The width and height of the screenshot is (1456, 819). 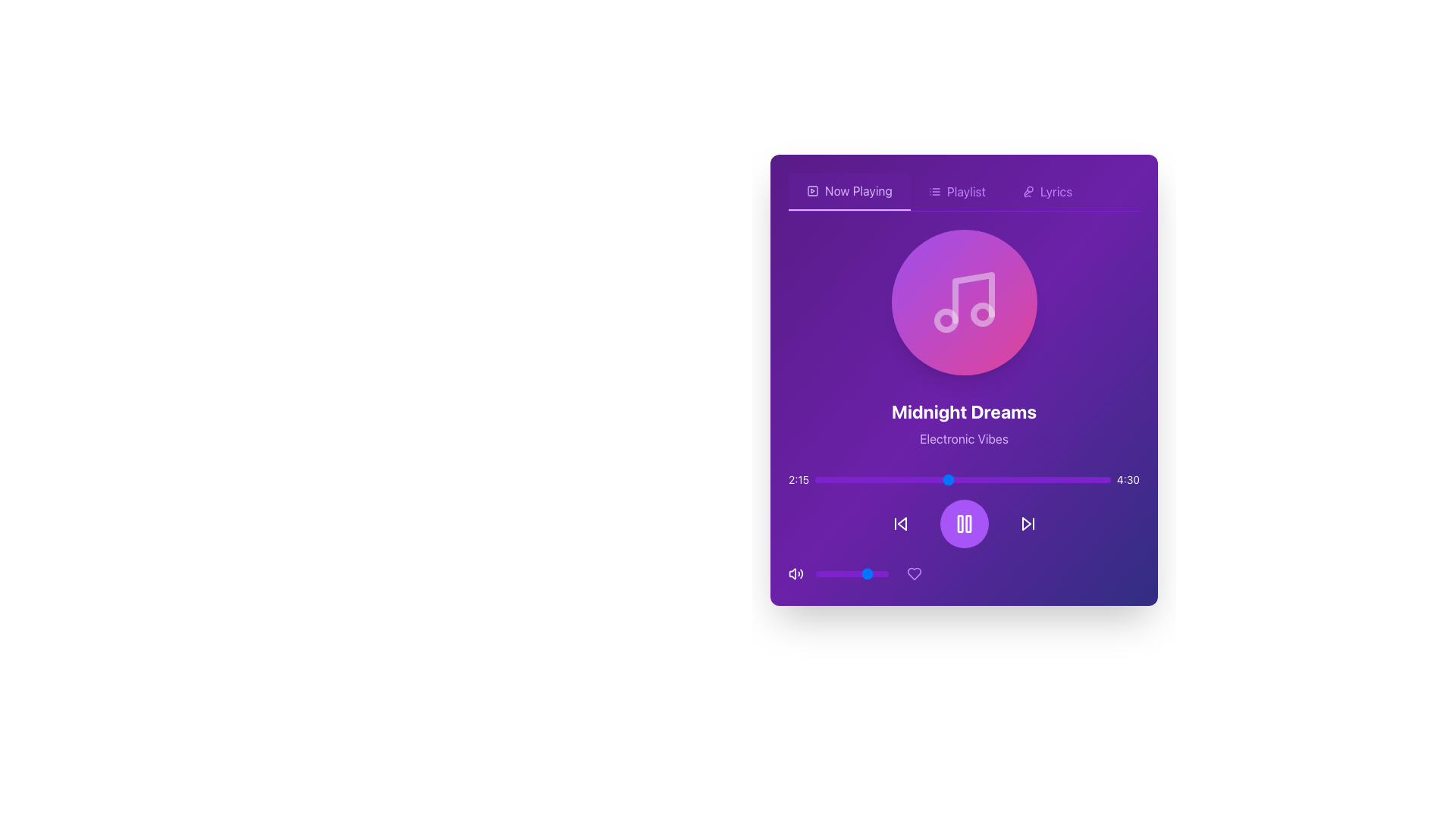 I want to click on the forward-skip icon button located at the bottom-right corner of the media player interface, so click(x=1028, y=522).